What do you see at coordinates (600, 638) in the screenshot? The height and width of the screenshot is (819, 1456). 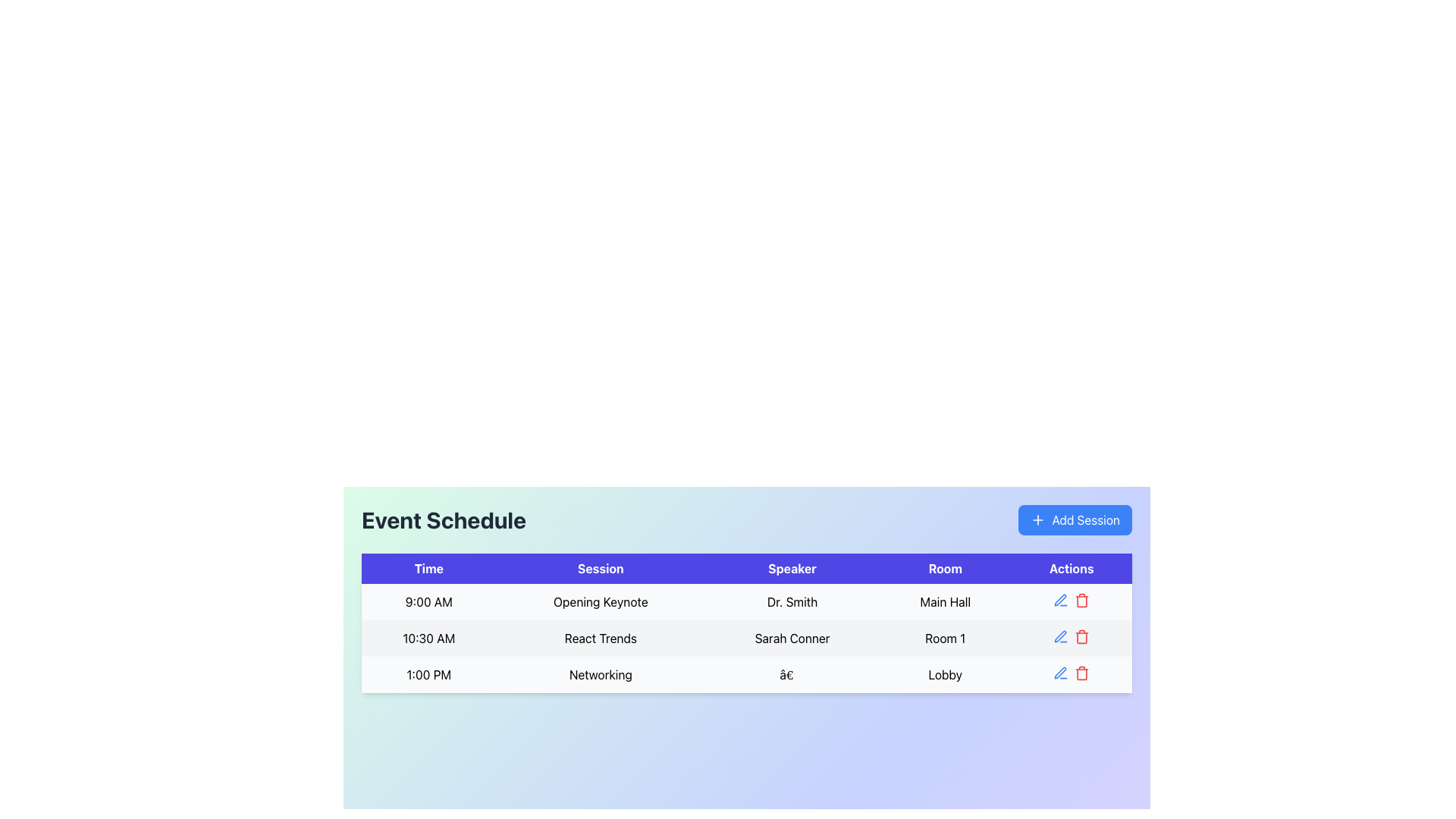 I see `the non-interactive text label indicating the title of the session in the second cell of the 'Session' column, aligned with the '10:30 AM' time slot and below 'Opening Keynote'` at bounding box center [600, 638].